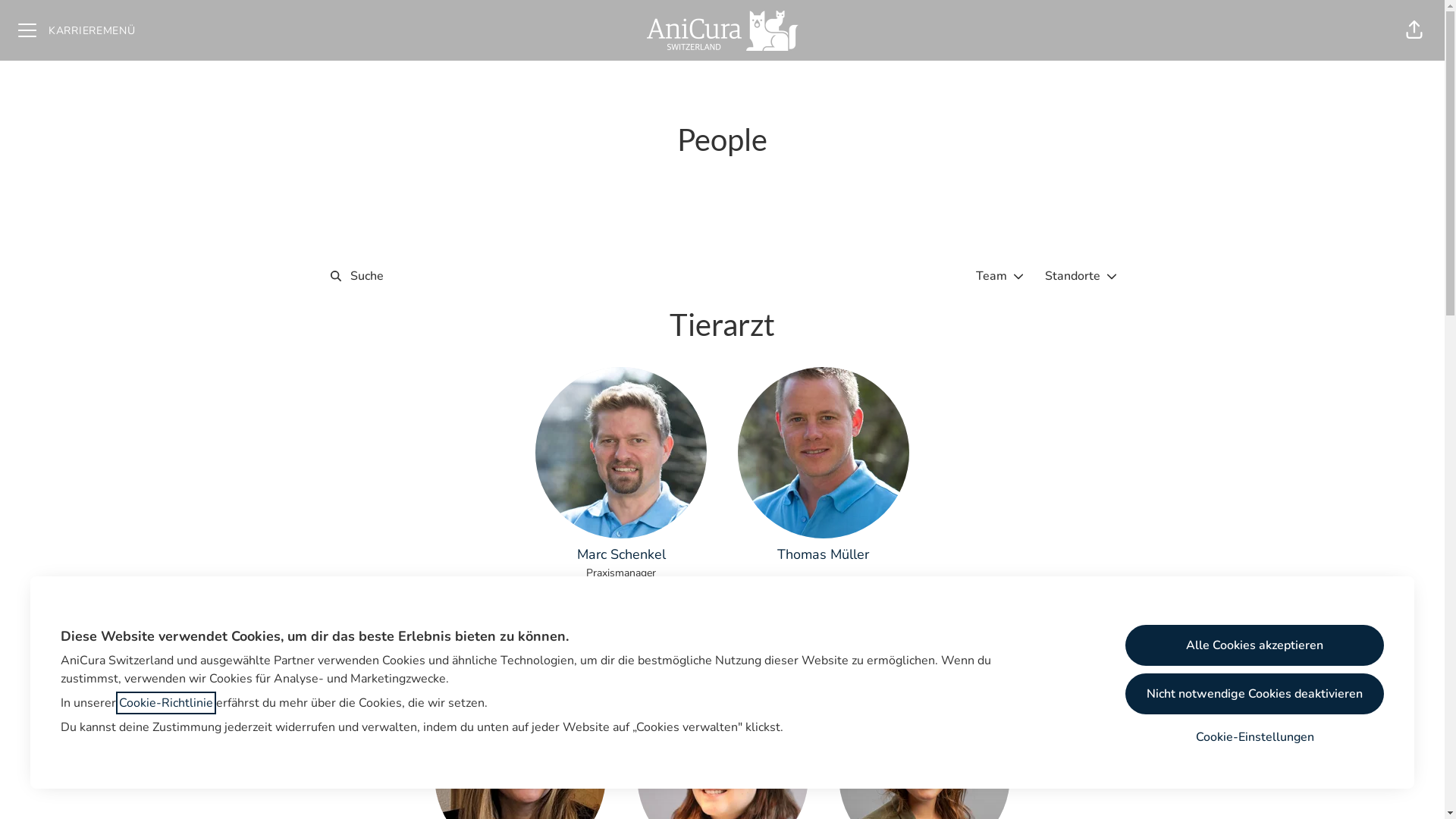 This screenshot has height=819, width=1456. Describe the element at coordinates (1254, 645) in the screenshot. I see `'Alle Cookies akzeptieren'` at that location.